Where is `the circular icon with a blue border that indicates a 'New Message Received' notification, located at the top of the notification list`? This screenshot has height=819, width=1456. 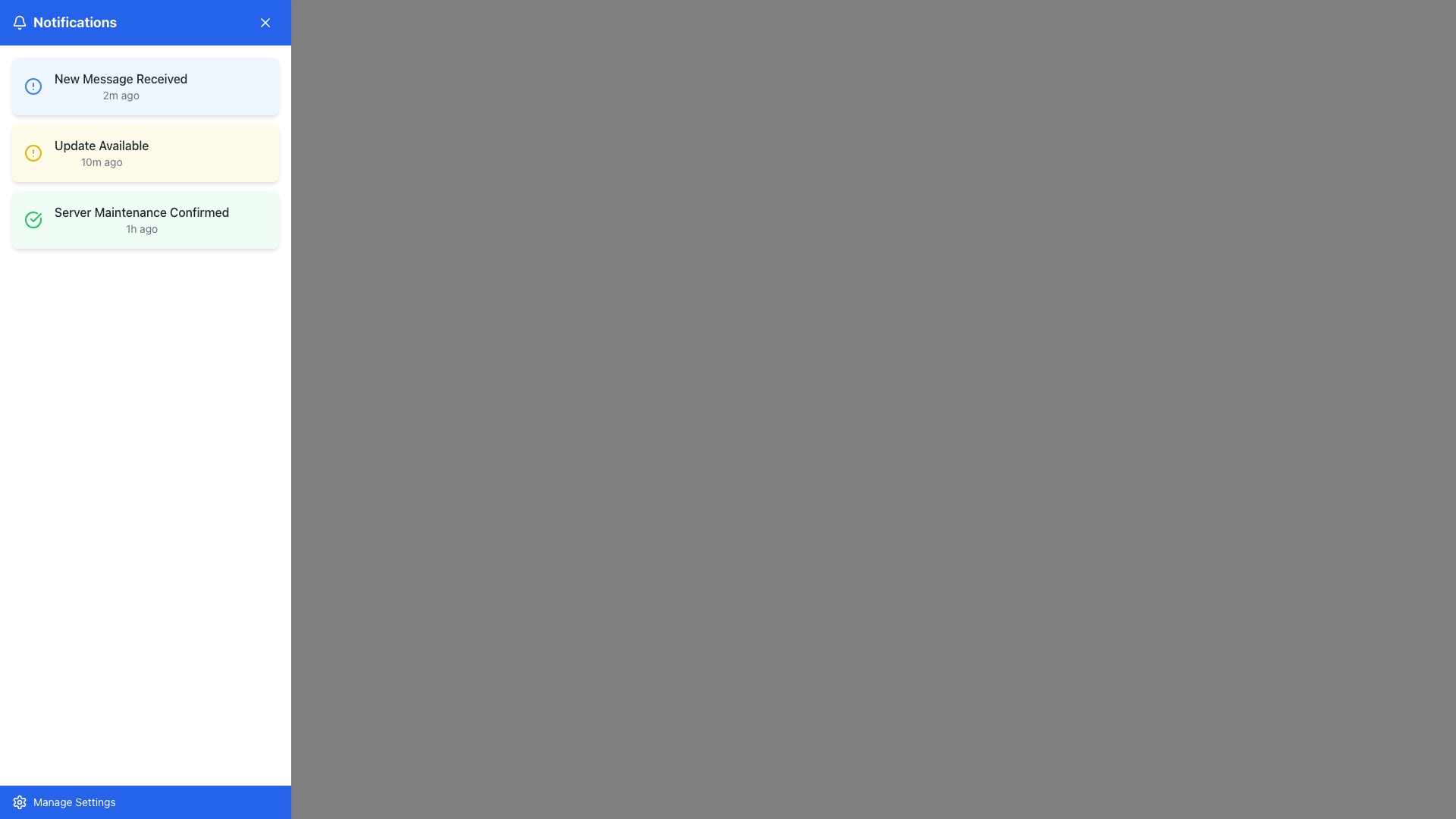 the circular icon with a blue border that indicates a 'New Message Received' notification, located at the top of the notification list is located at coordinates (33, 86).